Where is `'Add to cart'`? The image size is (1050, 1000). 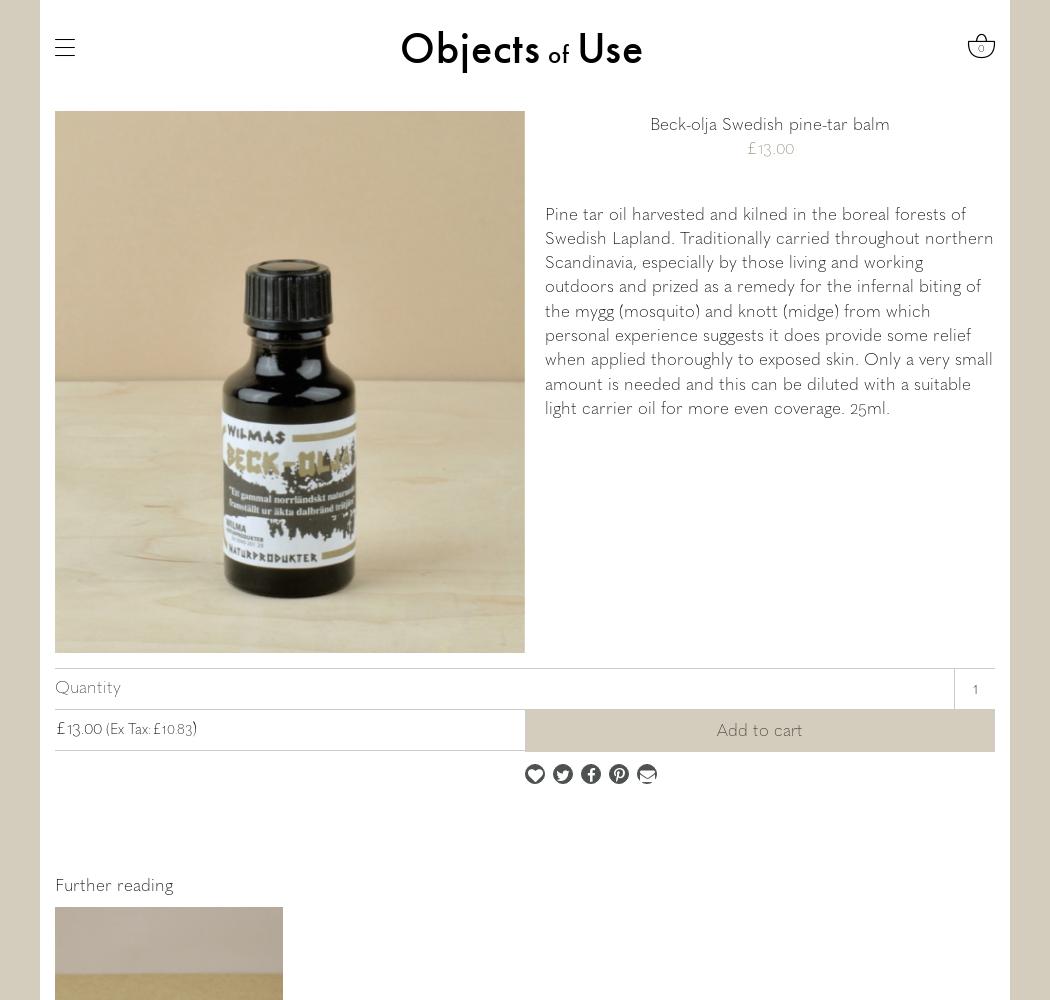
'Add to cart' is located at coordinates (716, 727).